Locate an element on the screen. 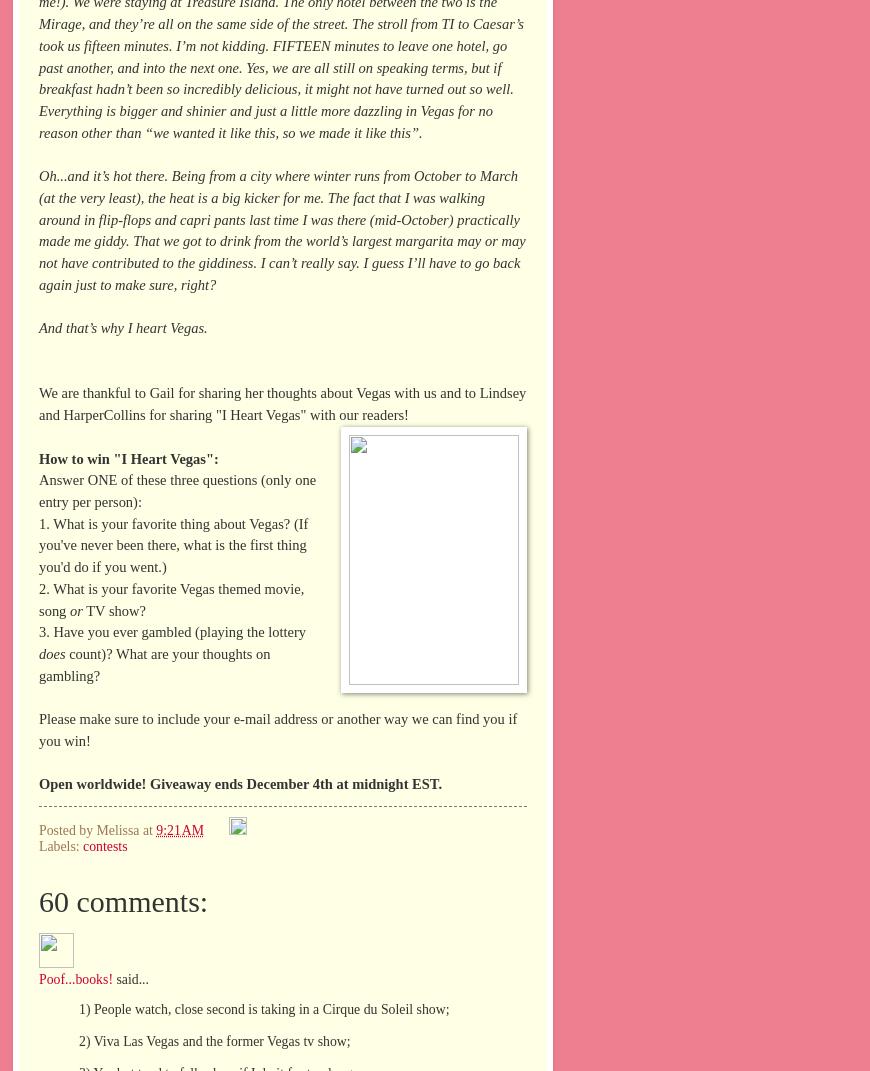  'or' is located at coordinates (75, 610).